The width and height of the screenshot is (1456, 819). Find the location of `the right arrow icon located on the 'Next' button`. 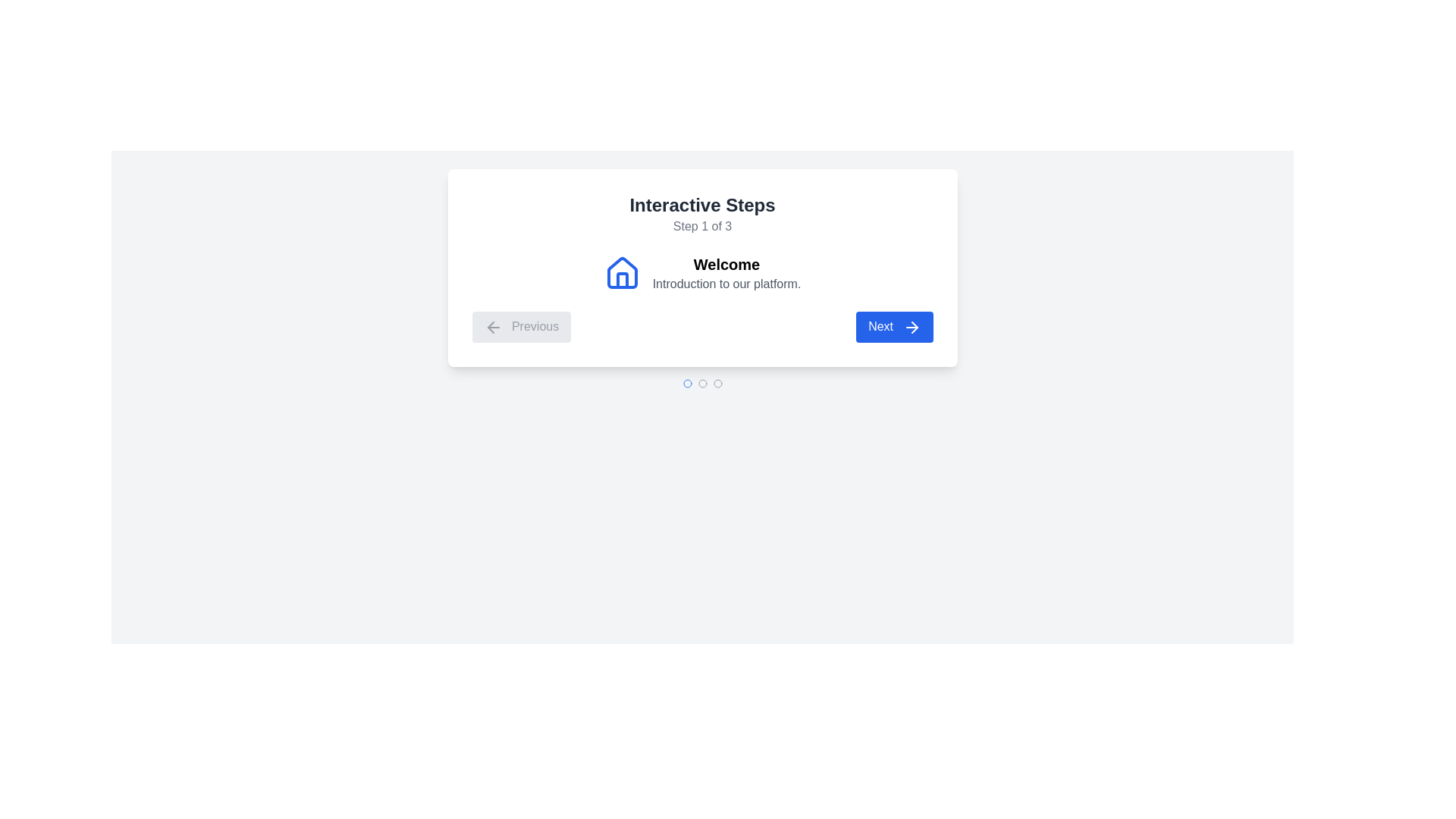

the right arrow icon located on the 'Next' button is located at coordinates (911, 326).